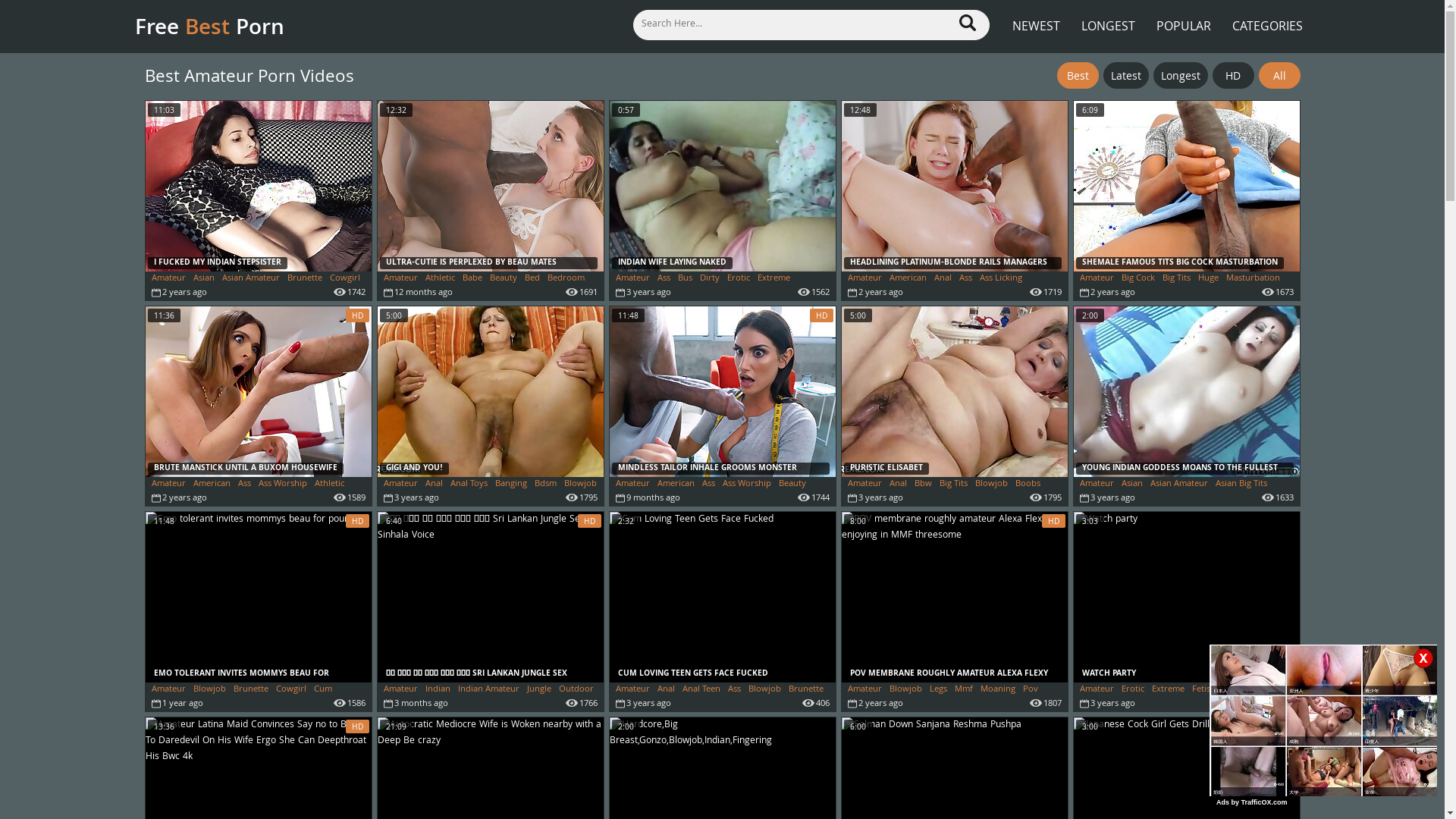 The height and width of the screenshot is (819, 1456). What do you see at coordinates (510, 484) in the screenshot?
I see `'Banging'` at bounding box center [510, 484].